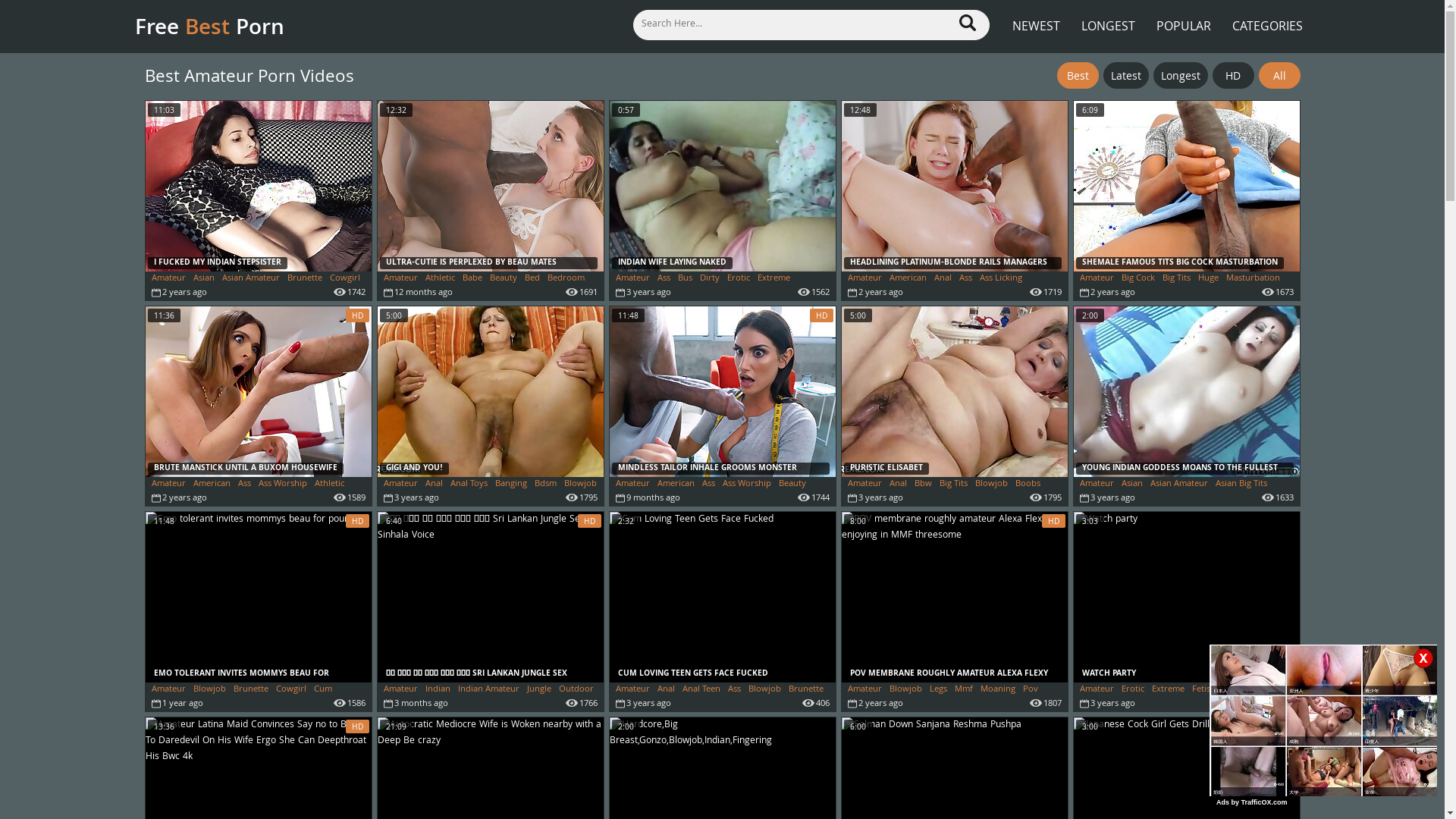 The height and width of the screenshot is (819, 1456). What do you see at coordinates (510, 484) in the screenshot?
I see `'Banging'` at bounding box center [510, 484].